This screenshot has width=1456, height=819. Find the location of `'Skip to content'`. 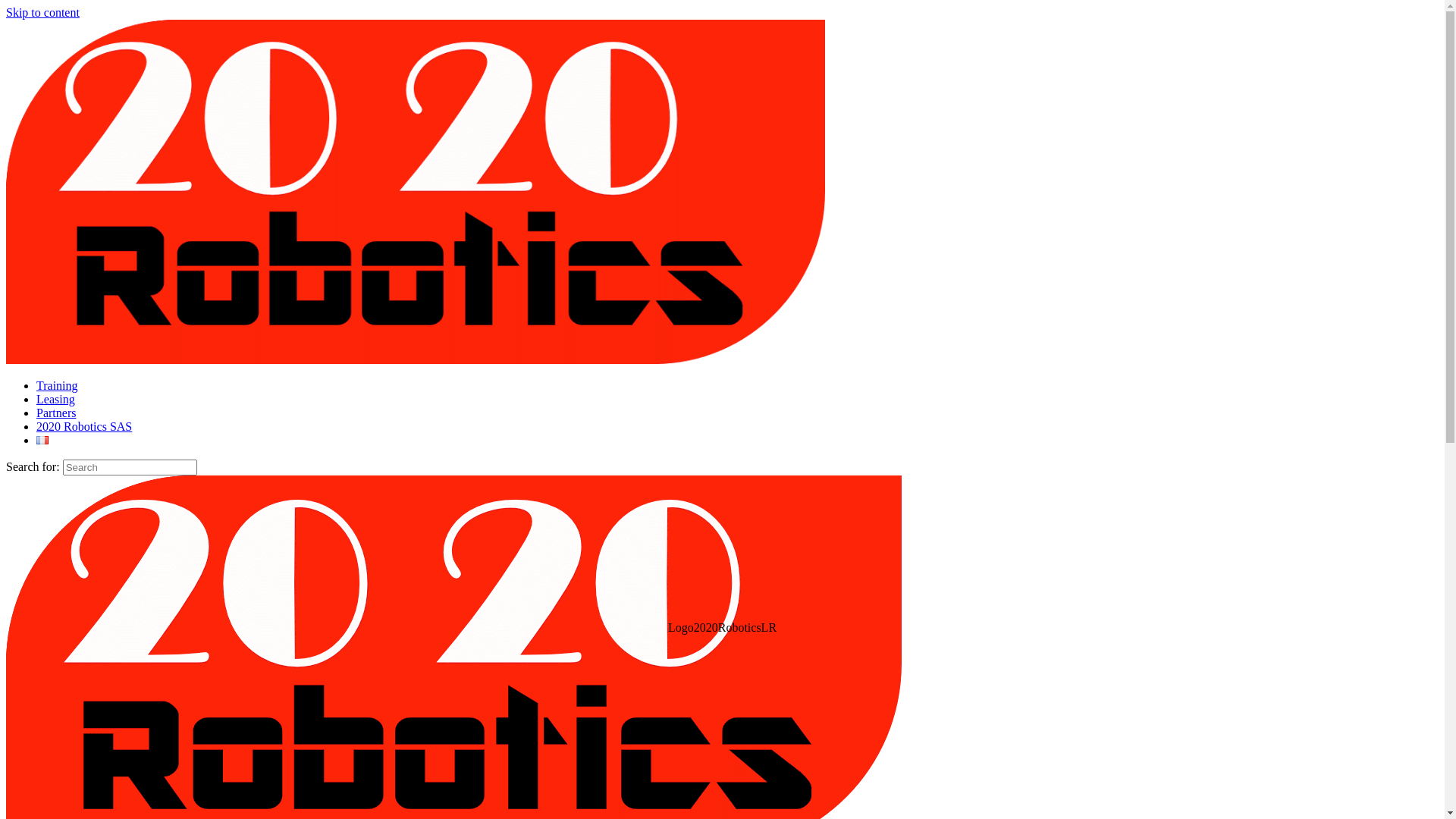

'Skip to content' is located at coordinates (42, 12).